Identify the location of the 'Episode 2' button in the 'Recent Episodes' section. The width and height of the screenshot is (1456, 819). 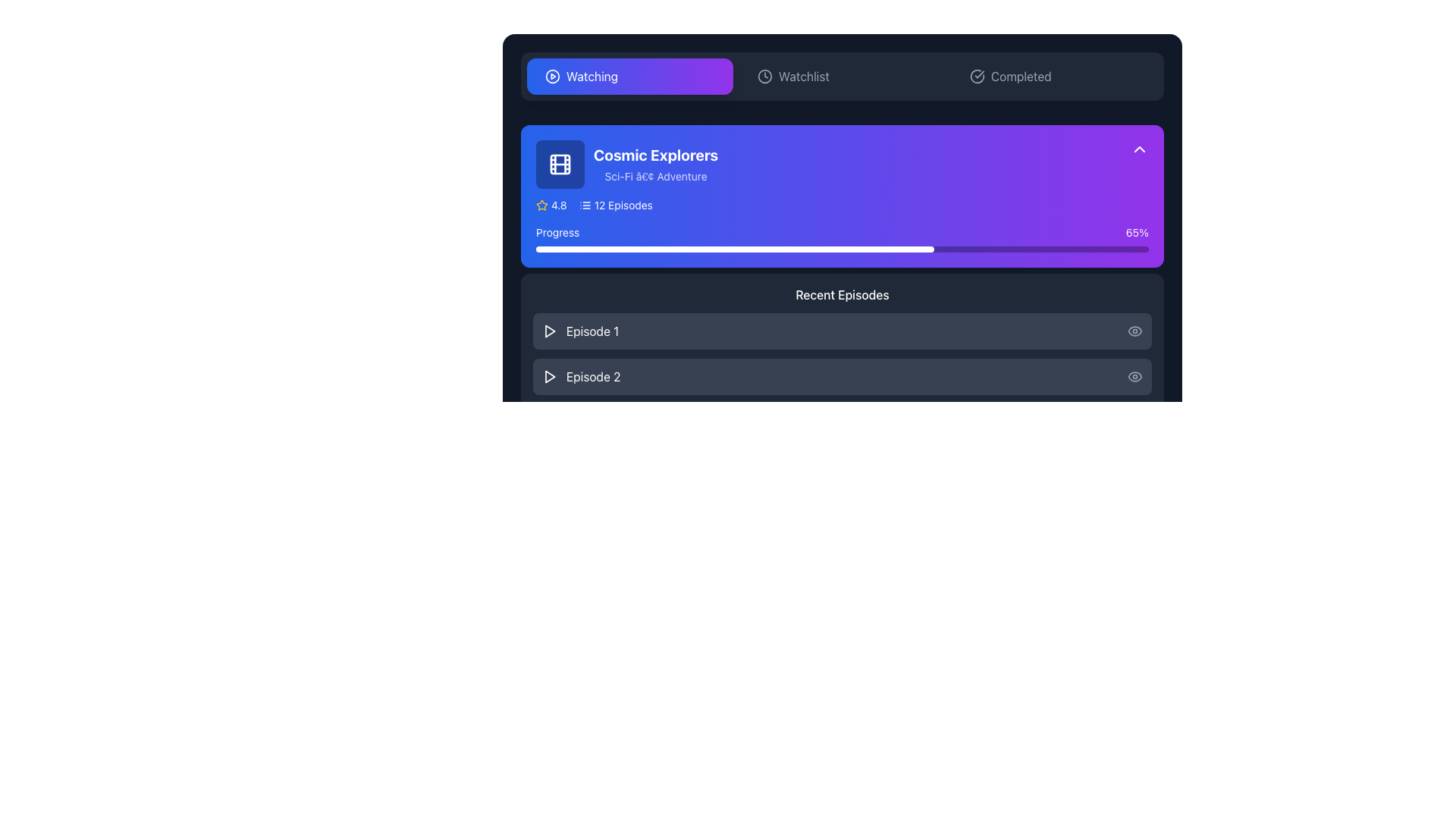
(841, 376).